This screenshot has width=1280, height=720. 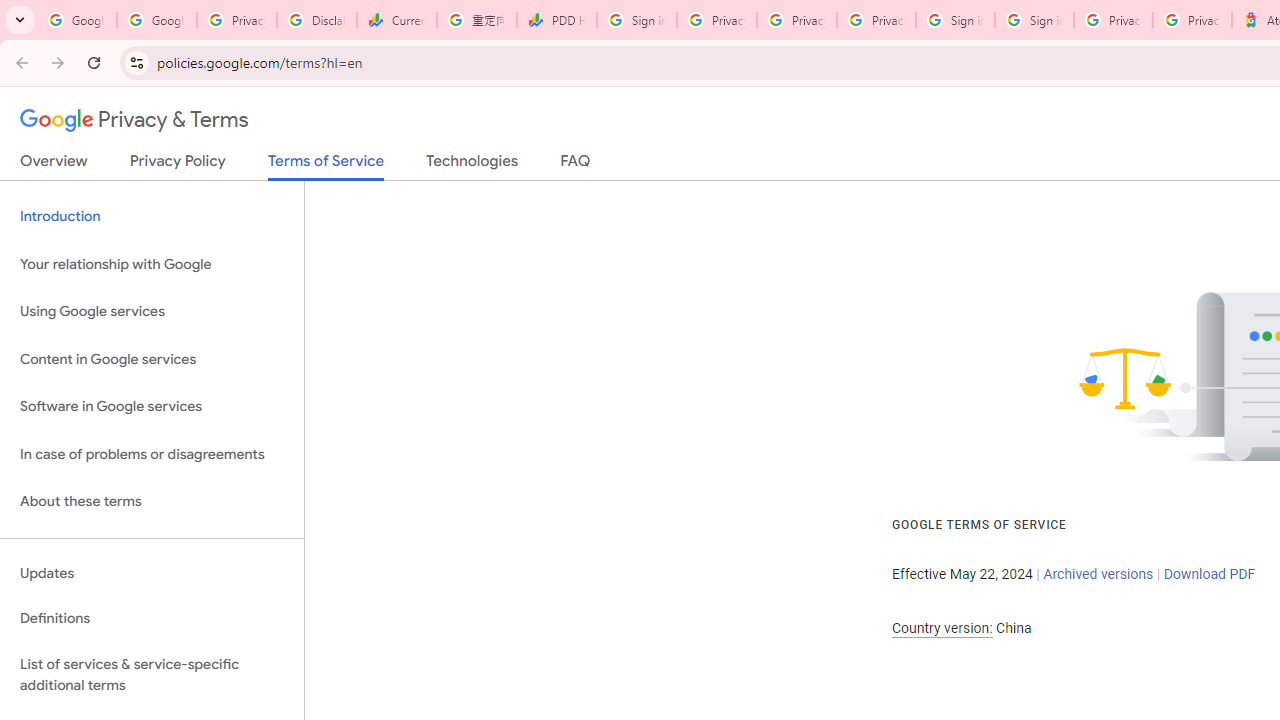 I want to click on 'Sign in - Google Accounts', so click(x=954, y=20).